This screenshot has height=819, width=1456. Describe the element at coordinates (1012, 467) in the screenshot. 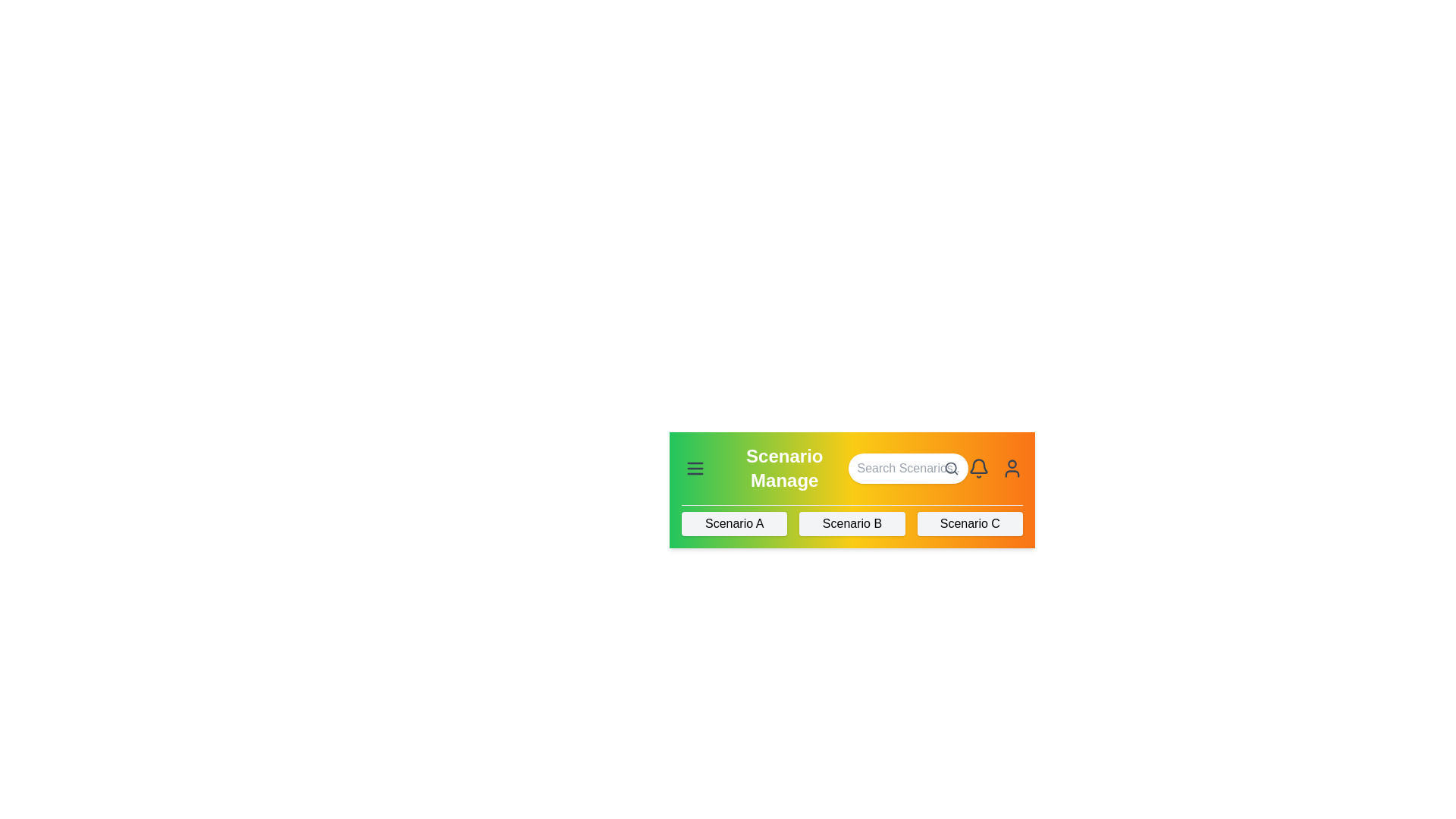

I see `the user icon to access user-related options` at that location.